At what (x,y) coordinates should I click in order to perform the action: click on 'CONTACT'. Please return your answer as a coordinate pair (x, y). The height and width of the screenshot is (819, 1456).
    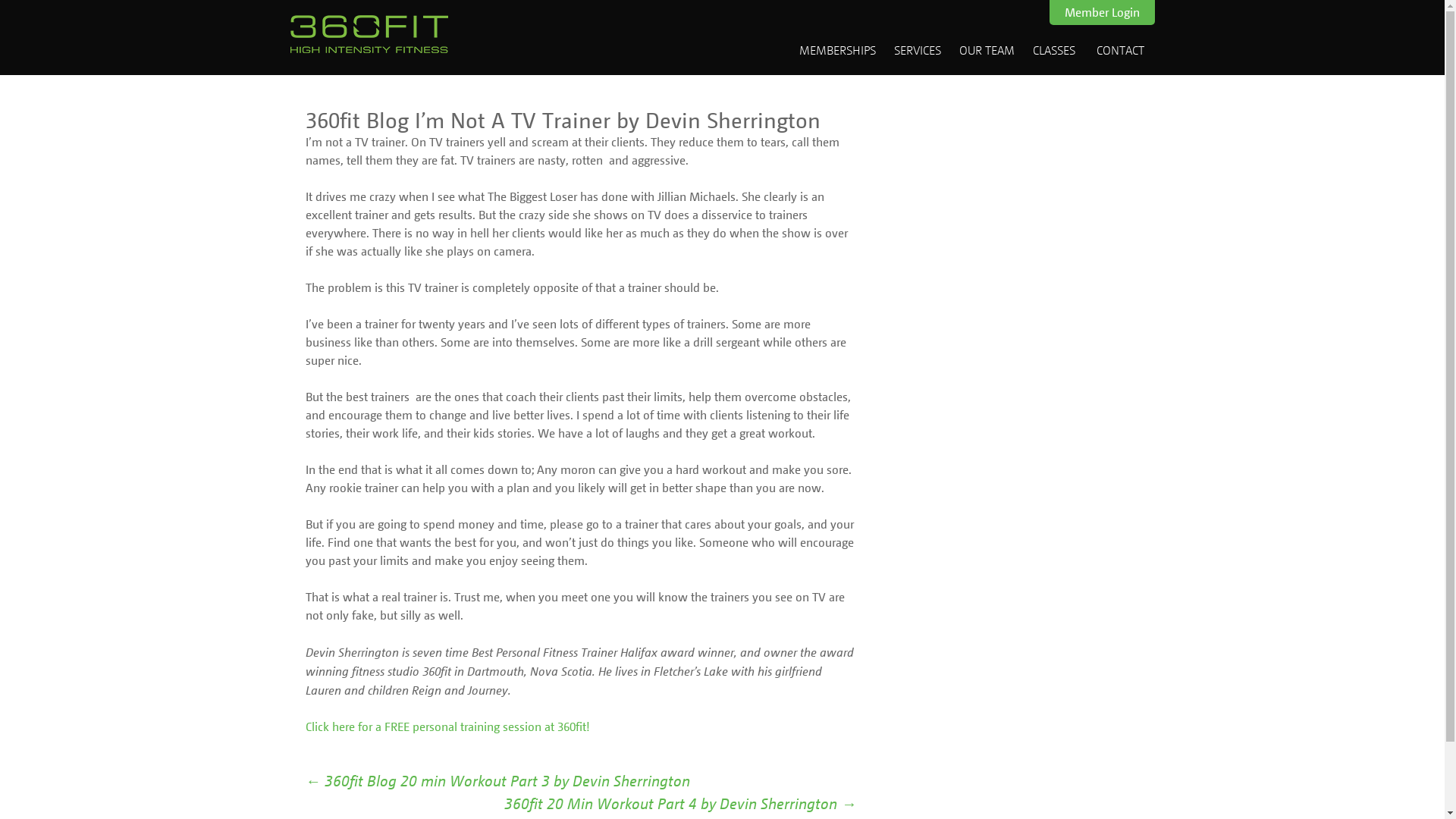
    Looking at the image, I should click on (1087, 49).